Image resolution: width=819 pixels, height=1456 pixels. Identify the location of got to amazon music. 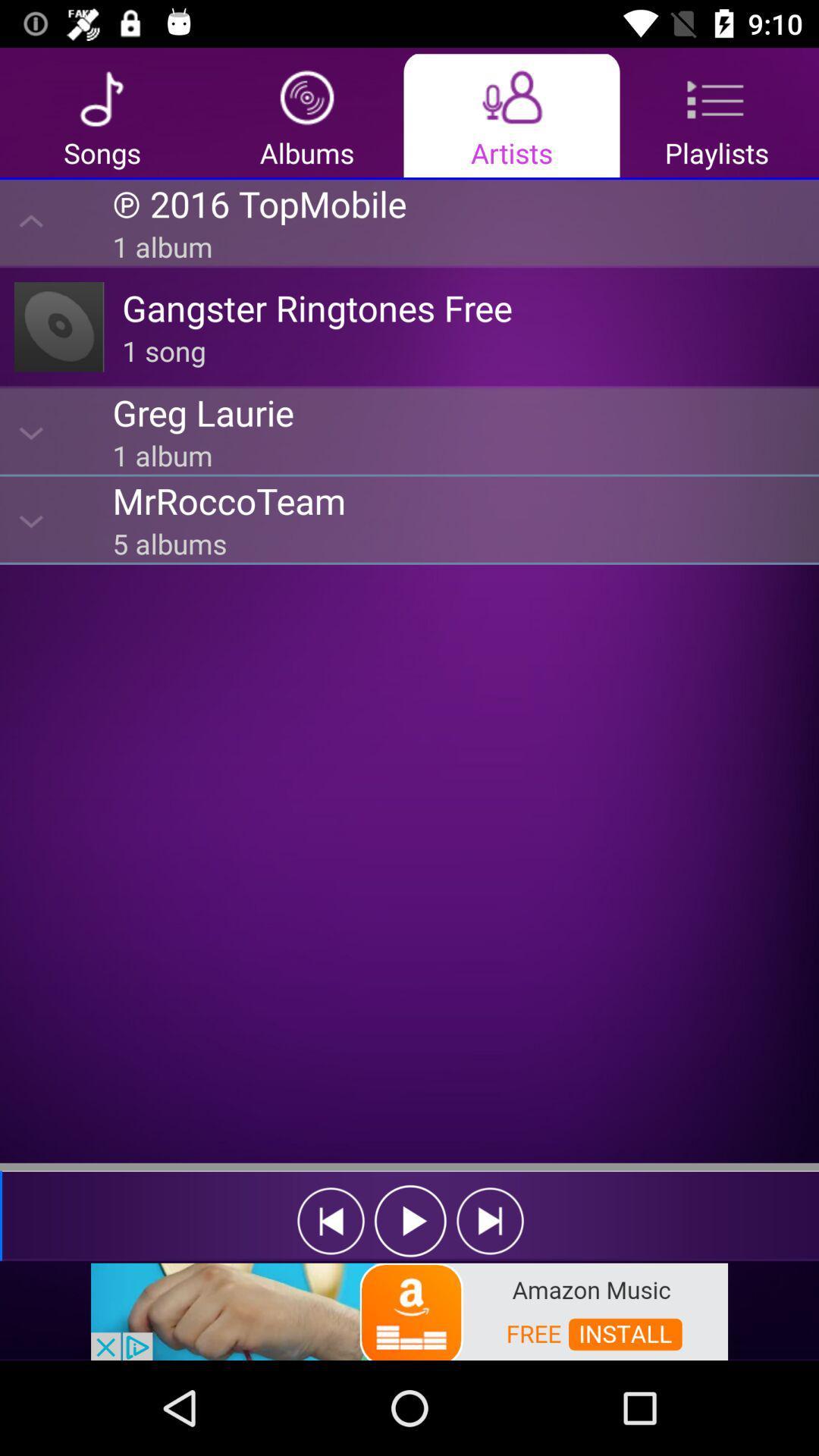
(409, 1310).